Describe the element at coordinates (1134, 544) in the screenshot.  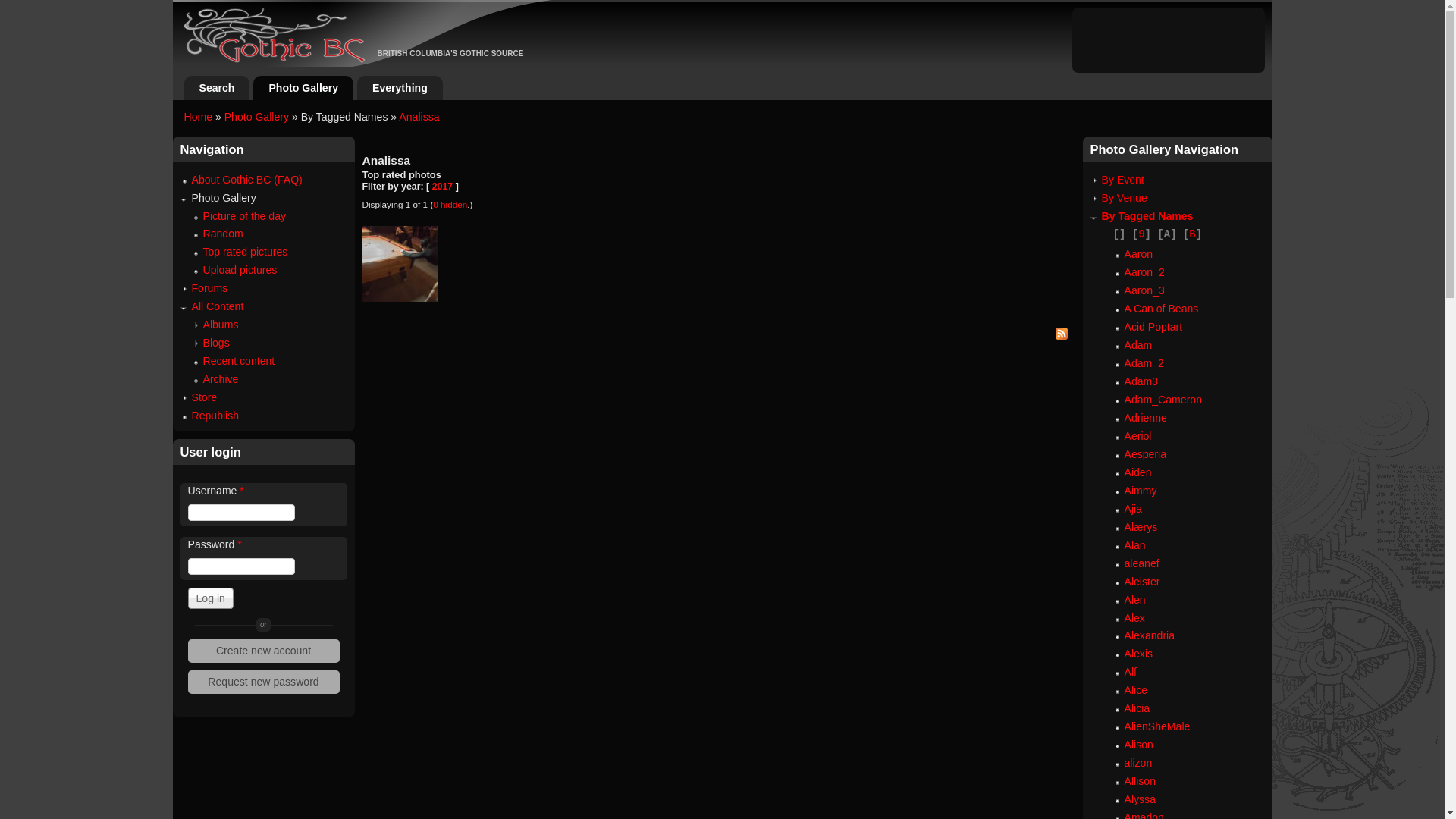
I see `'Alan'` at that location.